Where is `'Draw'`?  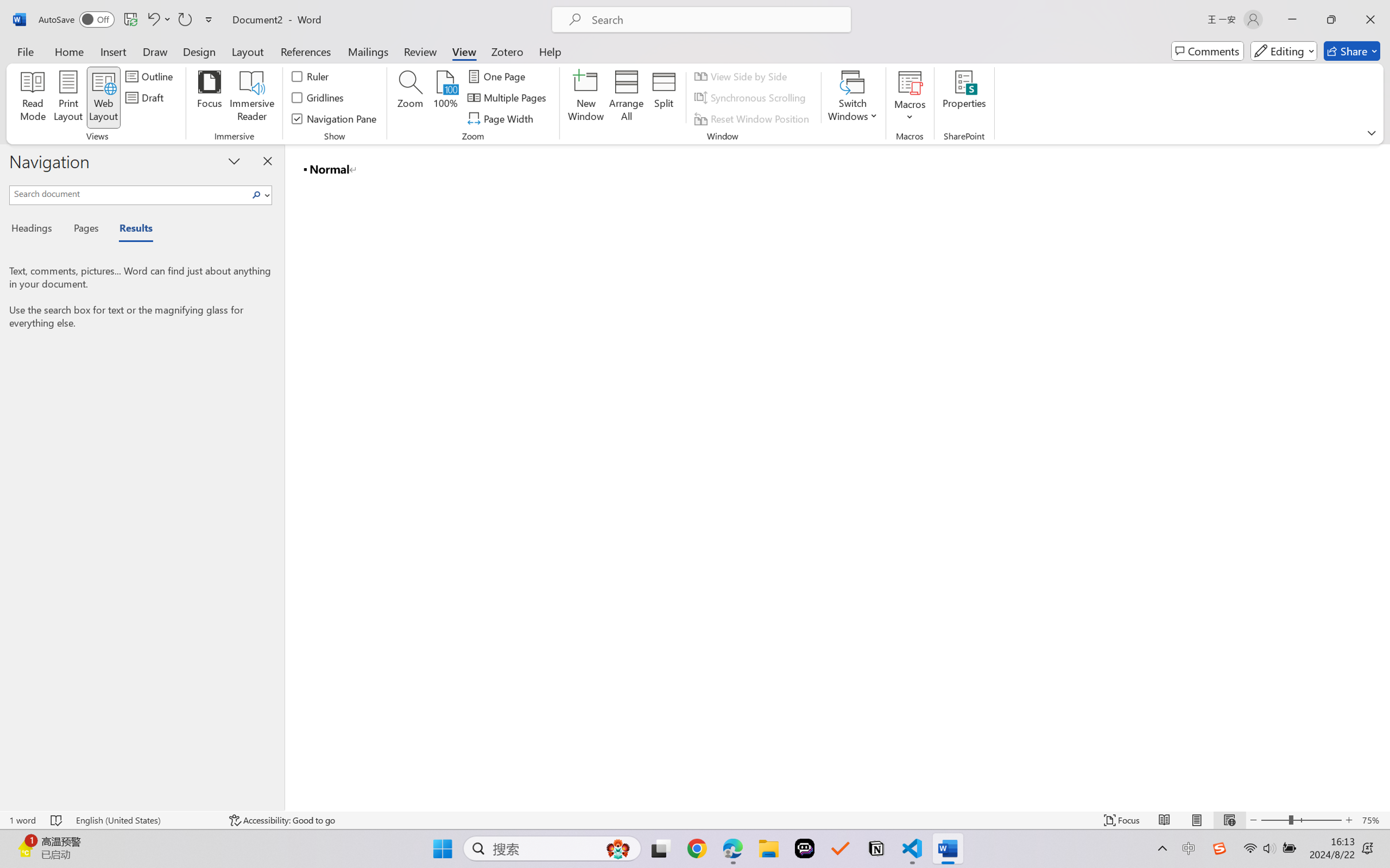 'Draw' is located at coordinates (155, 51).